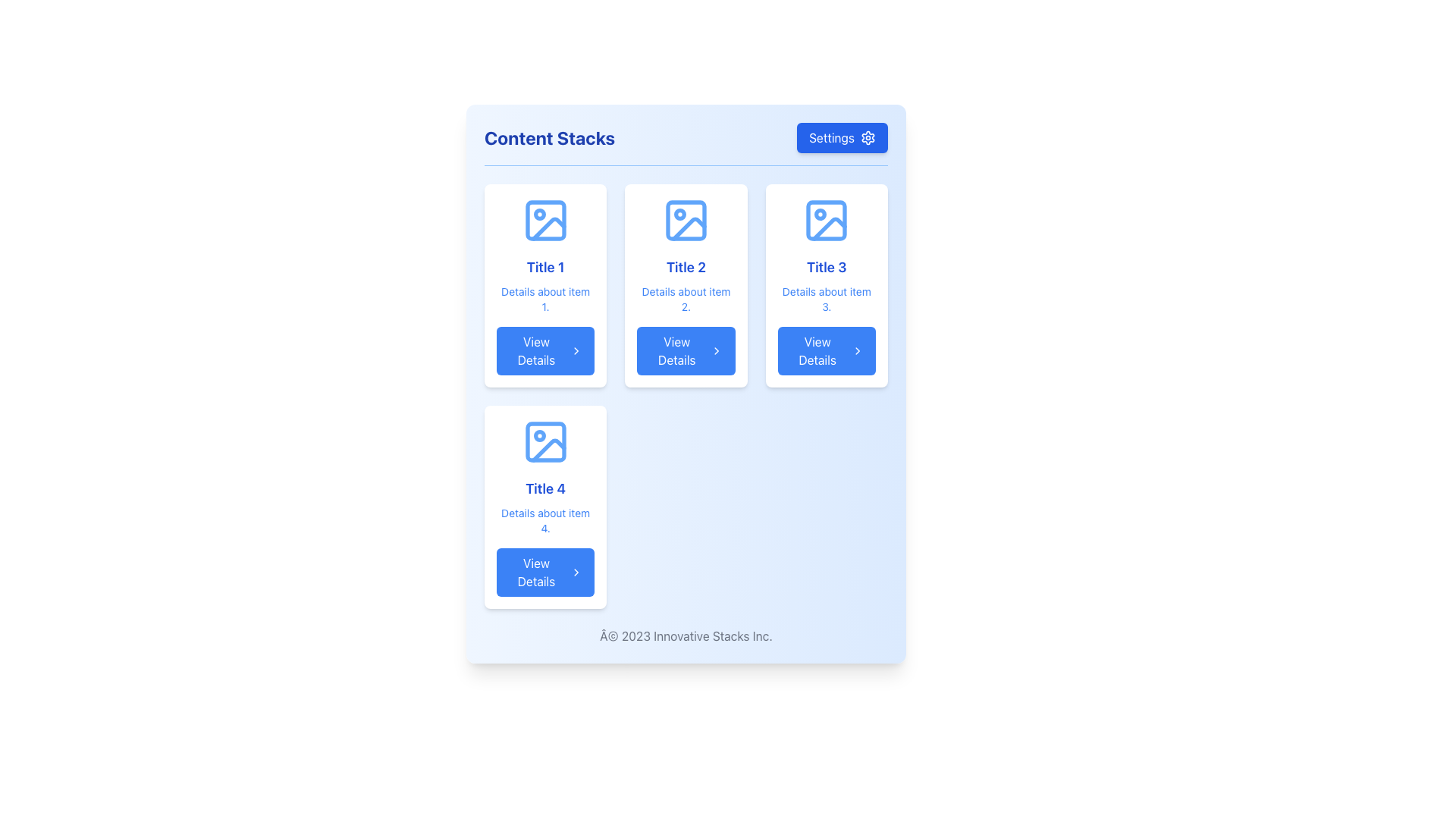 Image resolution: width=1456 pixels, height=819 pixels. Describe the element at coordinates (685, 350) in the screenshot. I see `the rectangular button with a blue background and white text that reads 'View Details'` at that location.